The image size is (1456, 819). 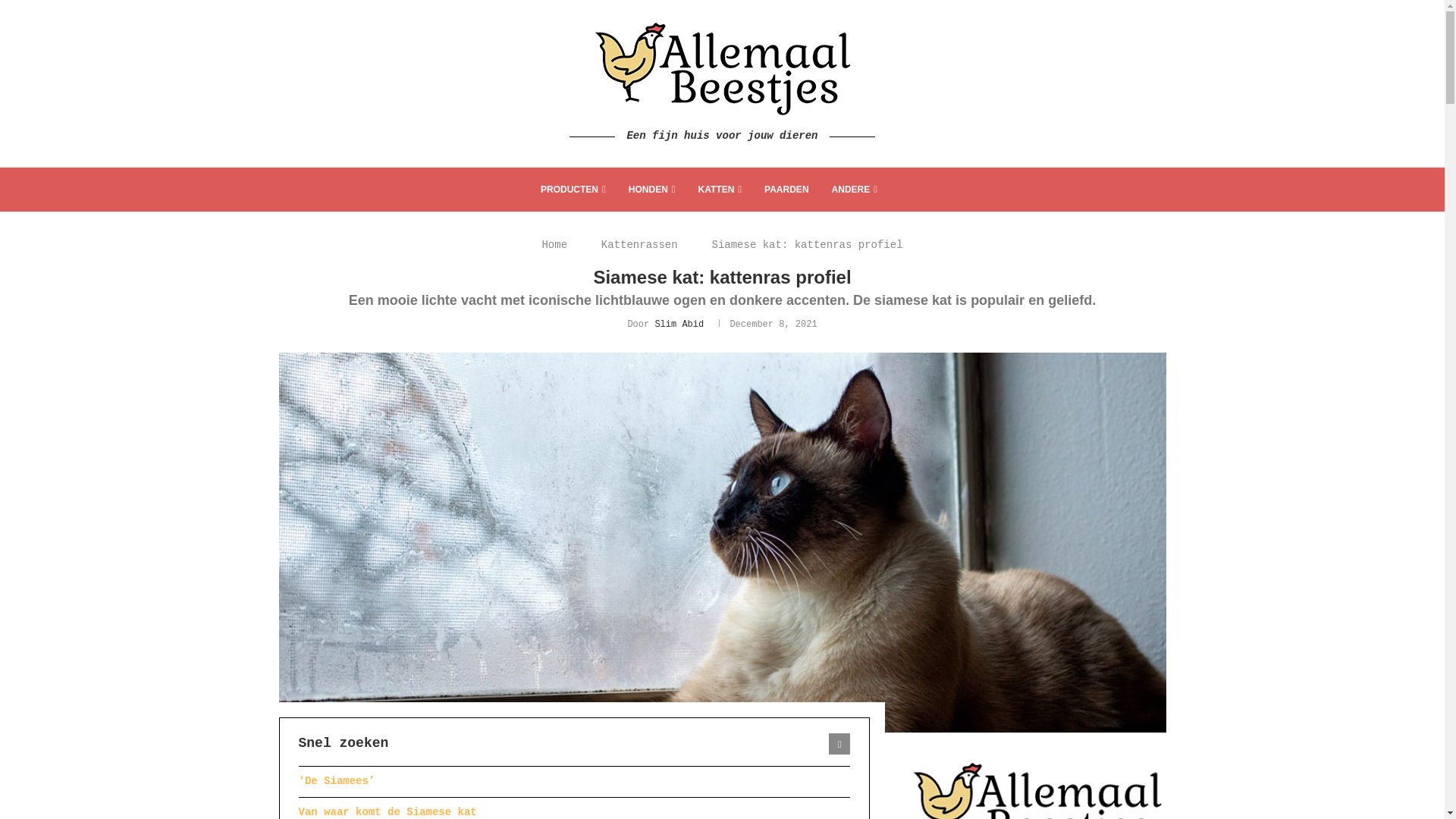 I want to click on 'Slim Abid', so click(x=678, y=324).